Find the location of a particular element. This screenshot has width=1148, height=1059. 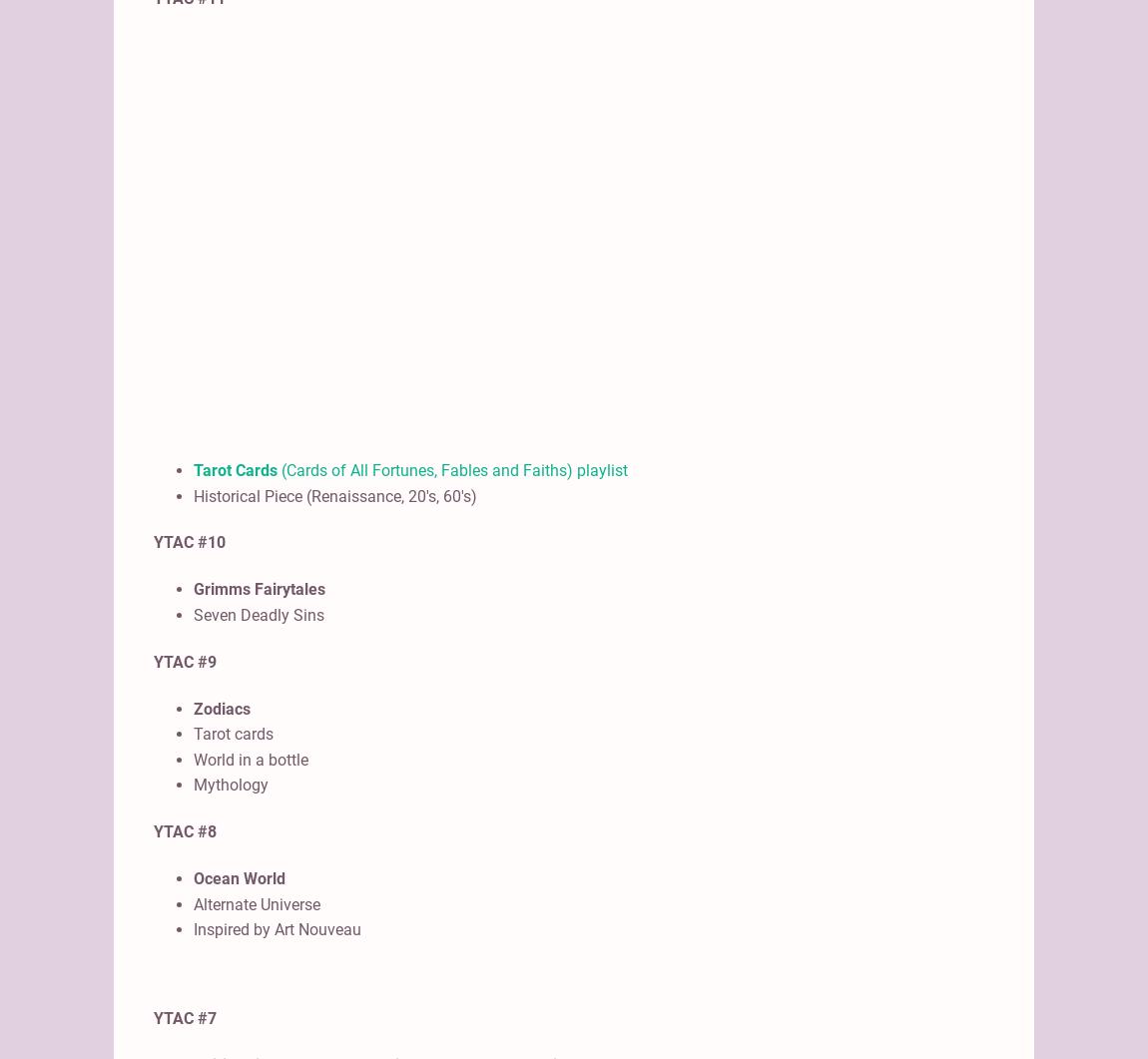

'Ocean World' is located at coordinates (239, 878).